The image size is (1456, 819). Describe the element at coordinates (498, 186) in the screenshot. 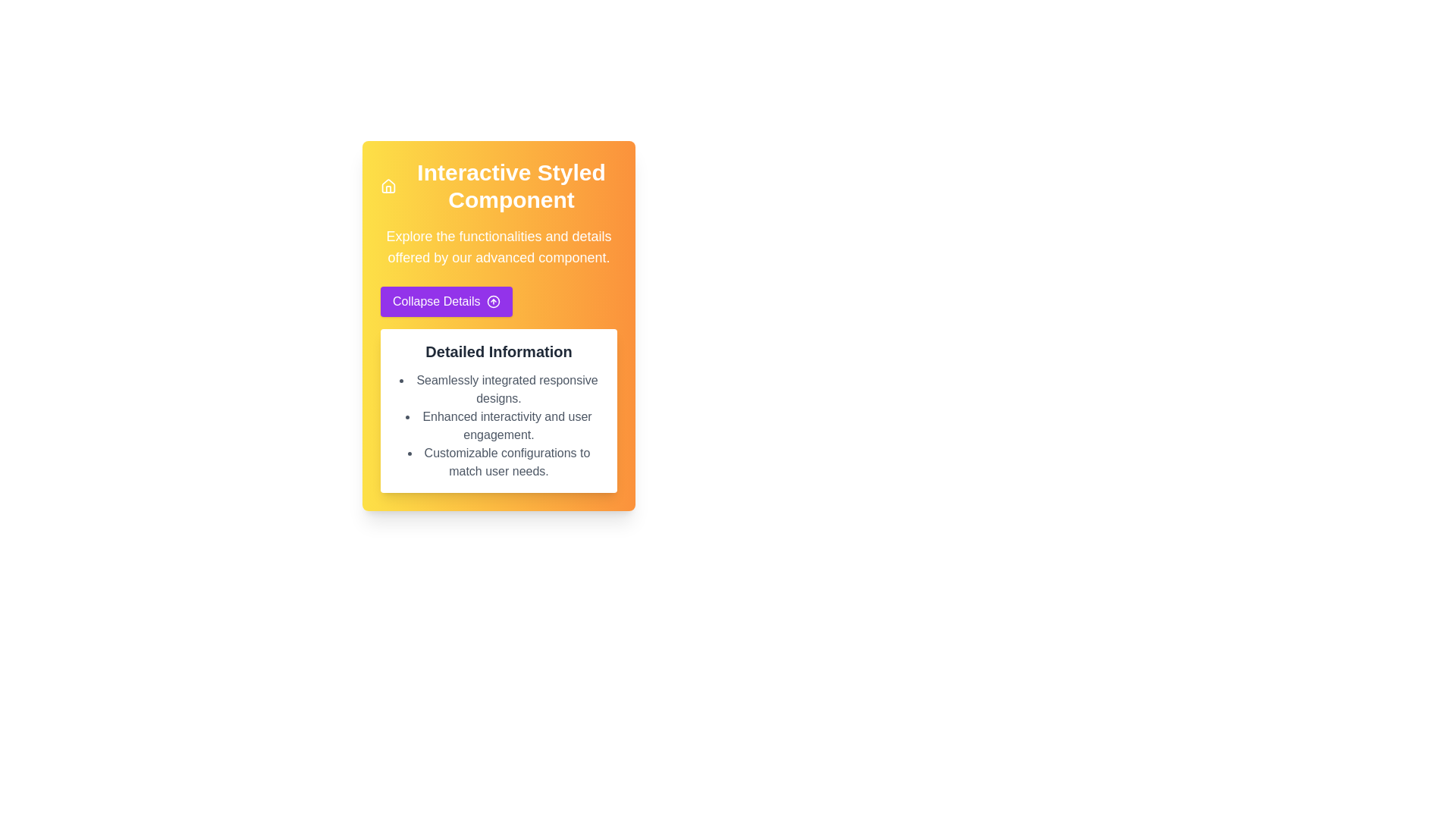

I see `the Title Section located at the top of the highlighted section, which serves as a heading for the component` at that location.